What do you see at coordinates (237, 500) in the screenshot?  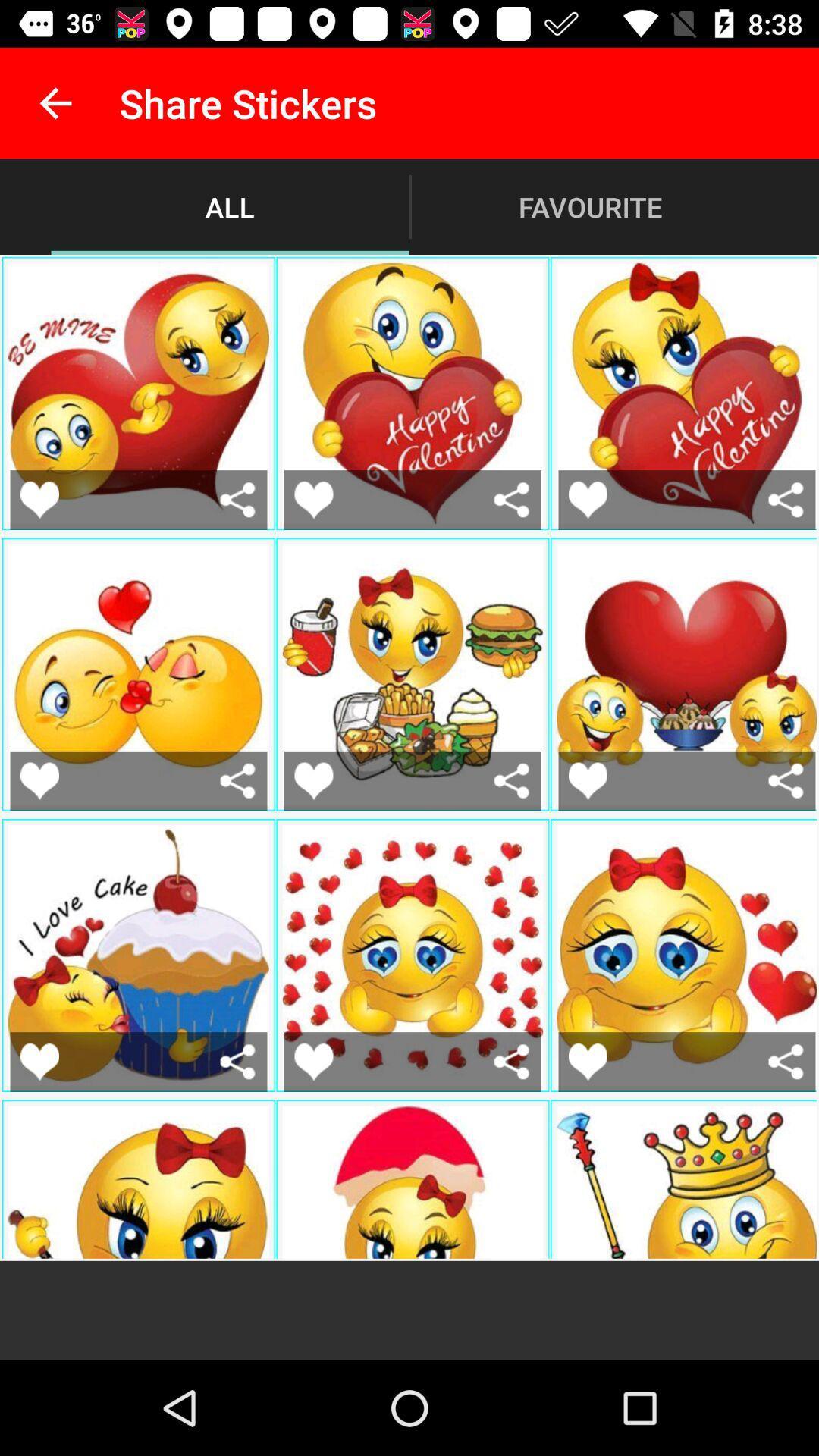 I see `share the sticker` at bounding box center [237, 500].